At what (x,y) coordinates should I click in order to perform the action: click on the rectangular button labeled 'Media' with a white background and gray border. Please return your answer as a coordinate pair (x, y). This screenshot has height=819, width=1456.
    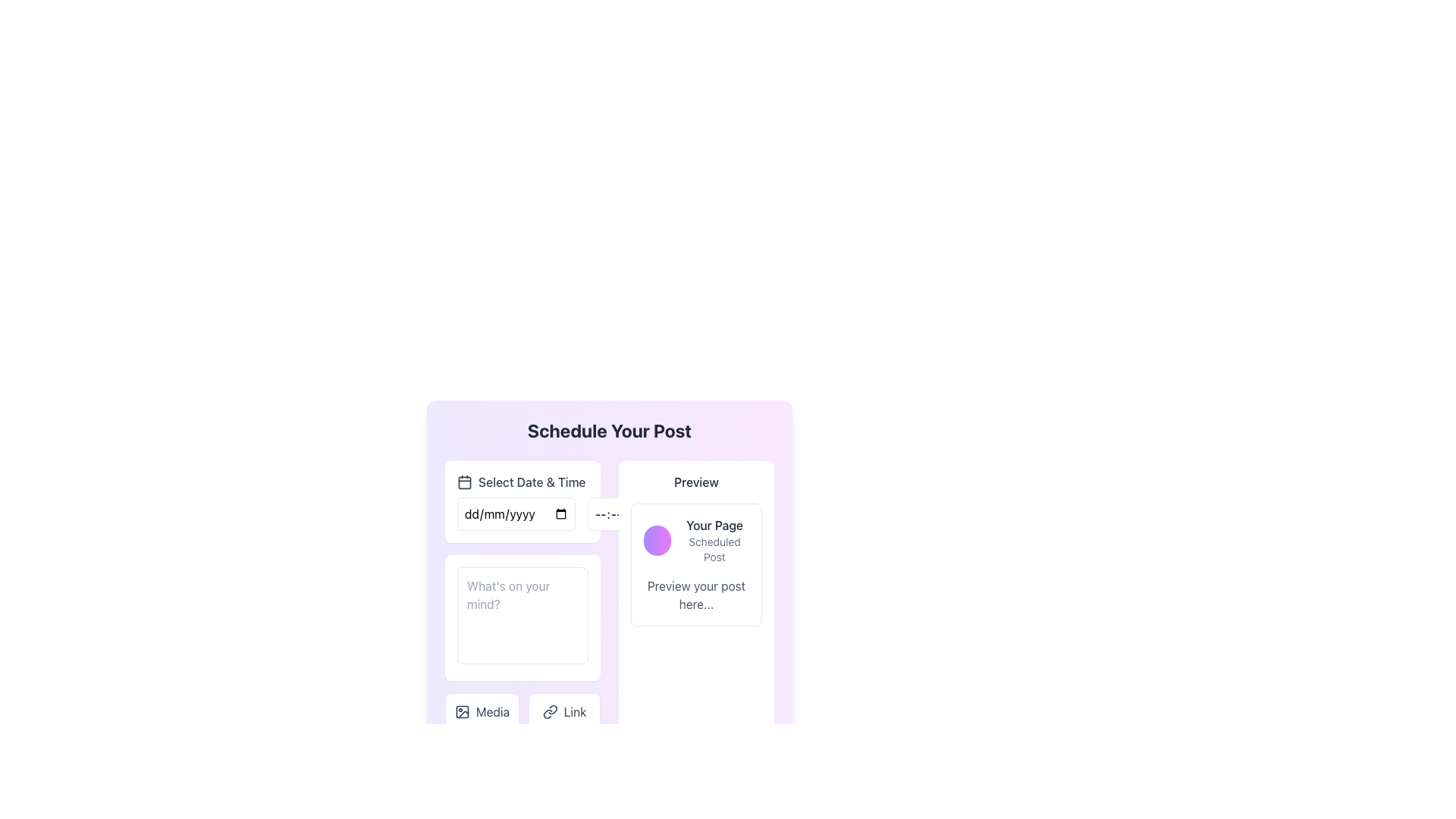
    Looking at the image, I should click on (482, 711).